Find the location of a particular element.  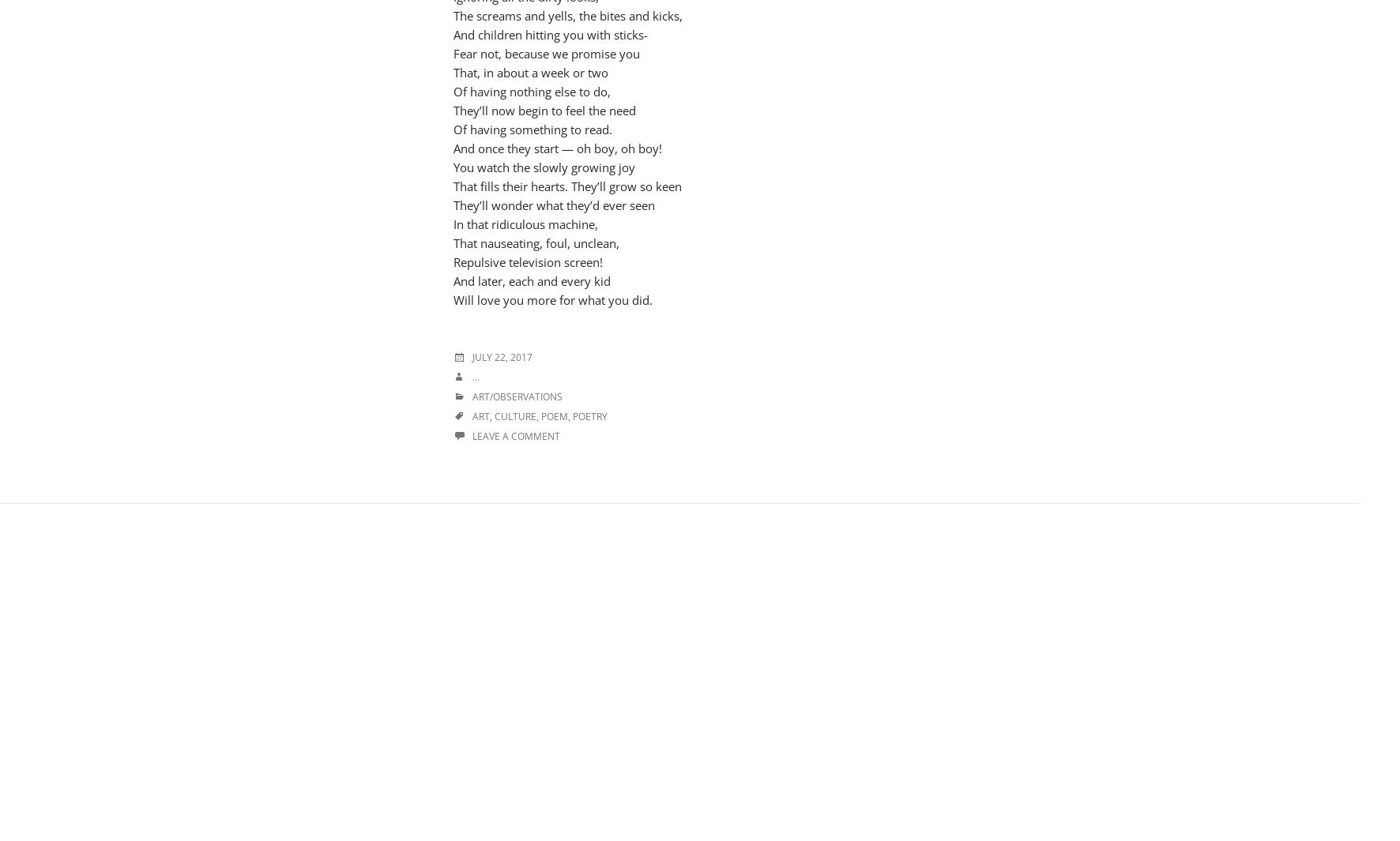

'Fear not, because we promise you' is located at coordinates (547, 52).